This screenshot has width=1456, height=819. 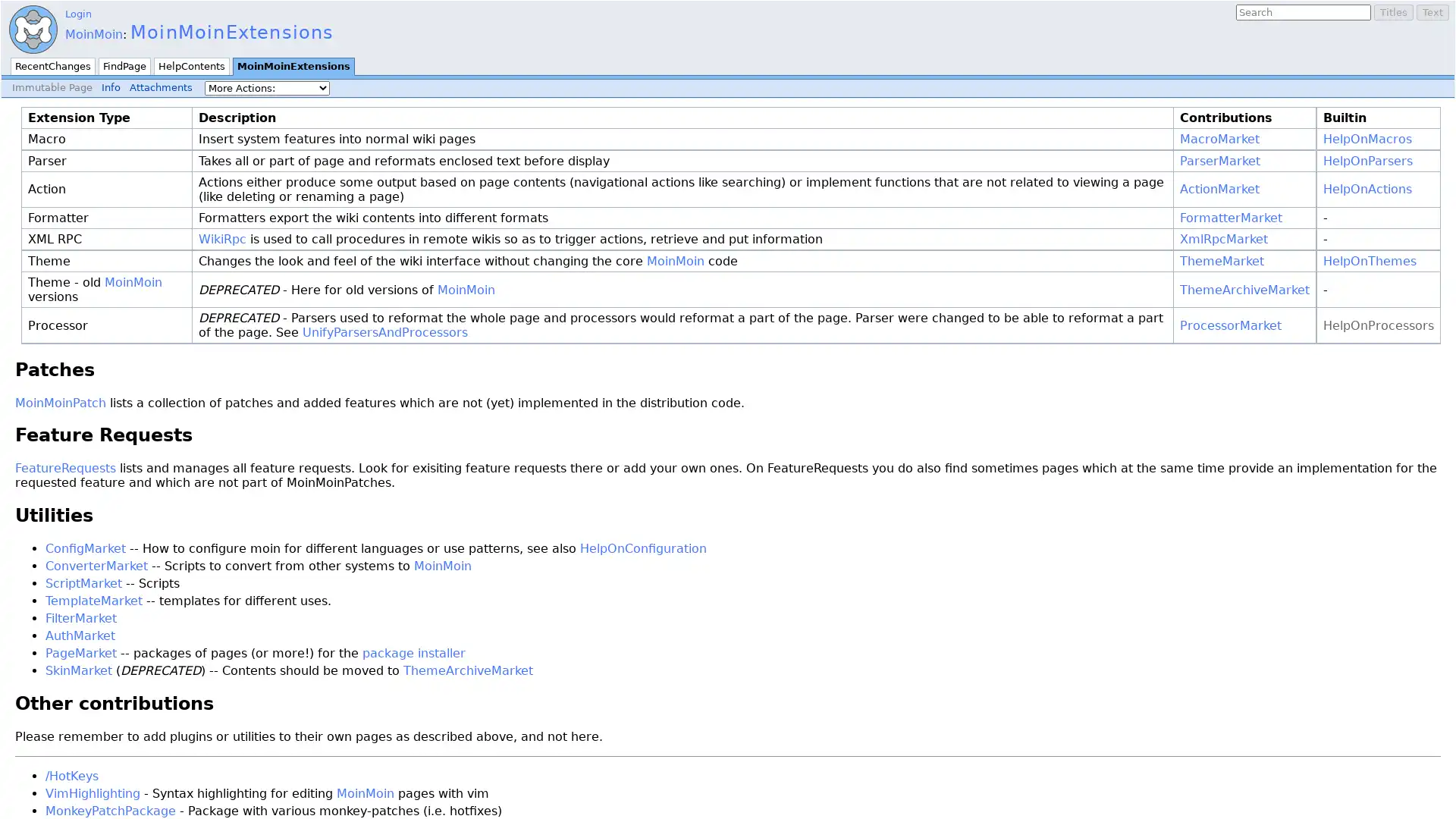 I want to click on Text, so click(x=1432, y=12).